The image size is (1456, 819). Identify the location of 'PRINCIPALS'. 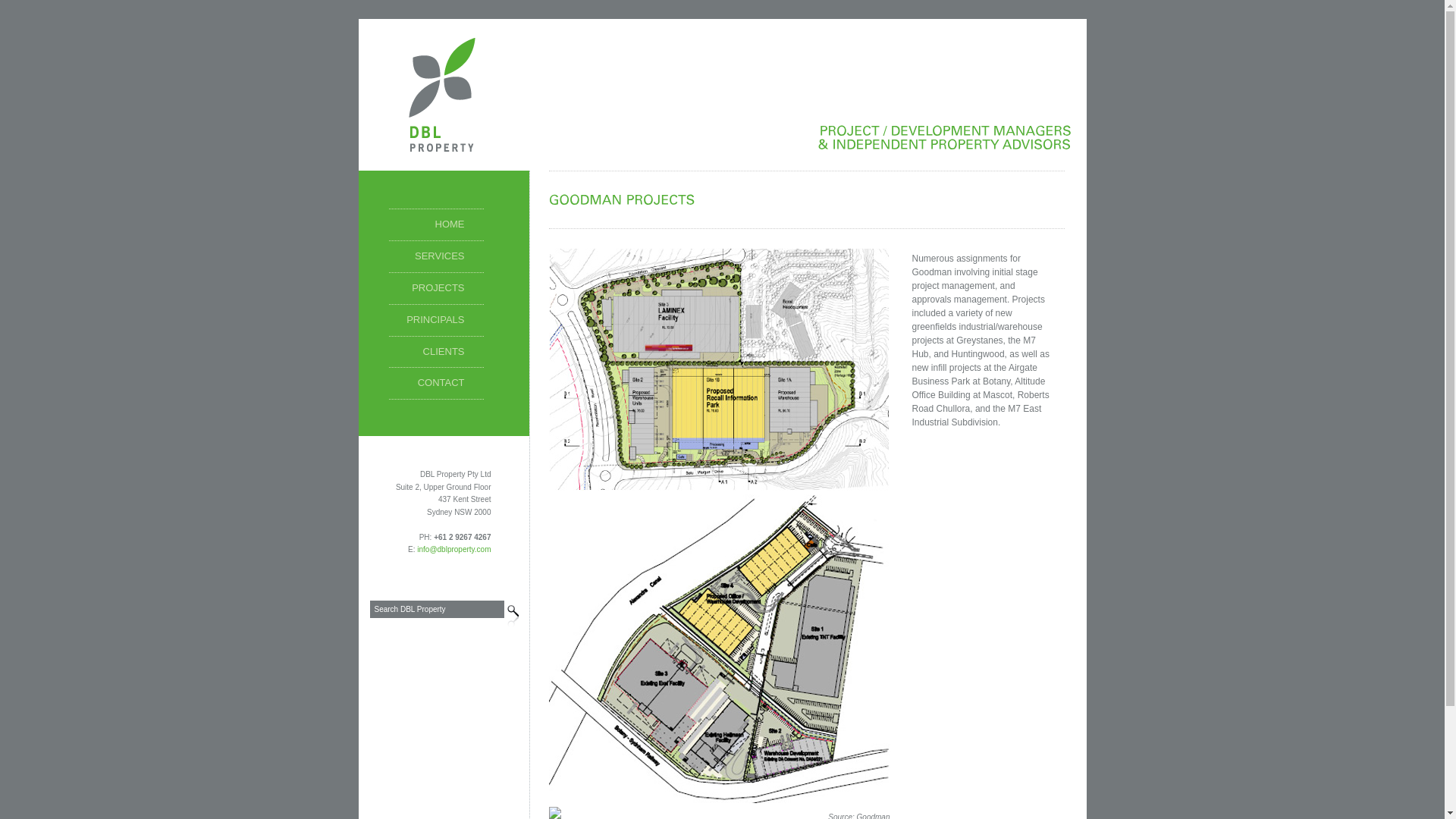
(435, 320).